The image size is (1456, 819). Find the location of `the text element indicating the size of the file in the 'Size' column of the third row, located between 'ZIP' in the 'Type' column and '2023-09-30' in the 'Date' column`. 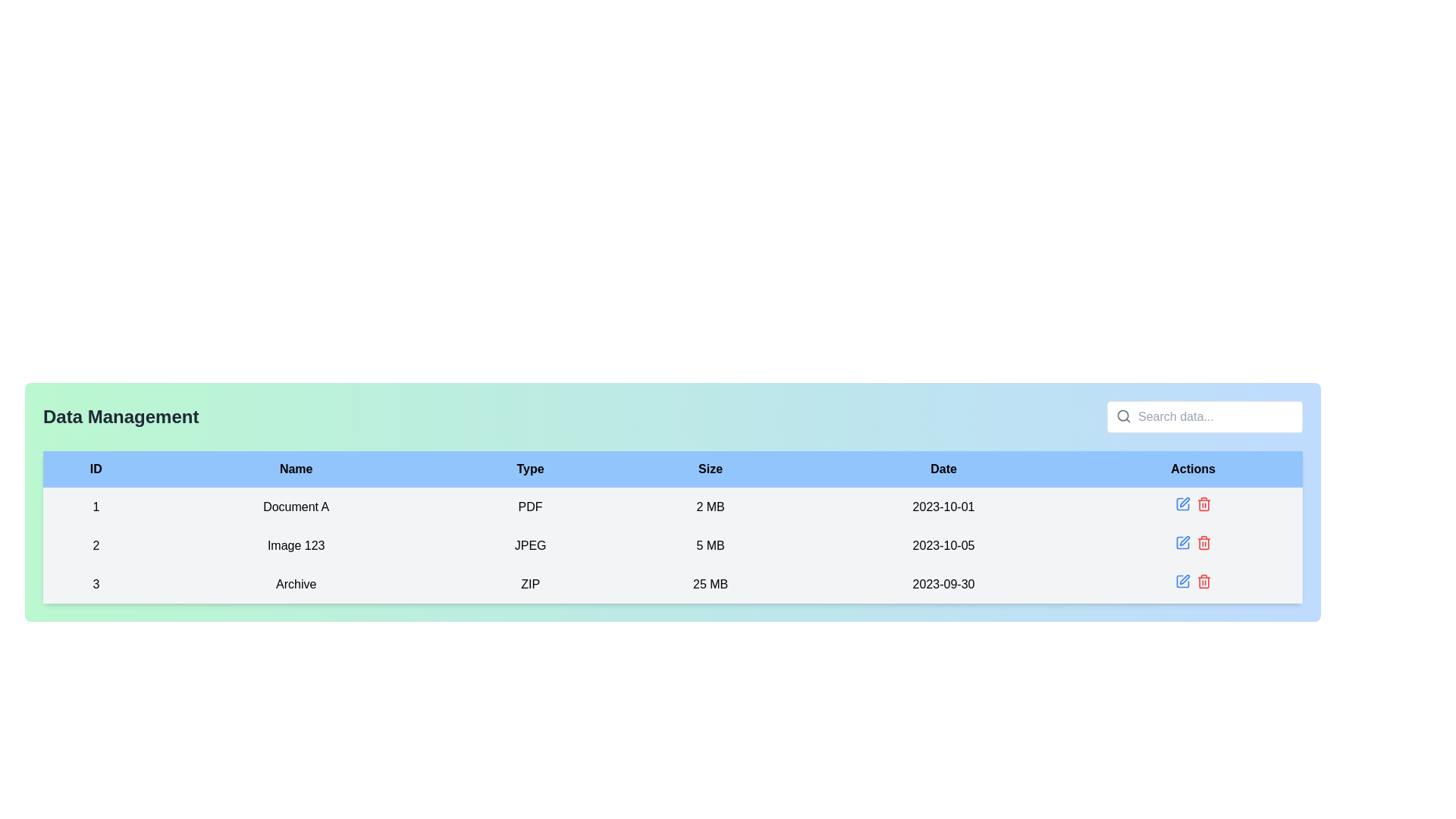

the text element indicating the size of the file in the 'Size' column of the third row, located between 'ZIP' in the 'Type' column and '2023-09-30' in the 'Date' column is located at coordinates (710, 583).